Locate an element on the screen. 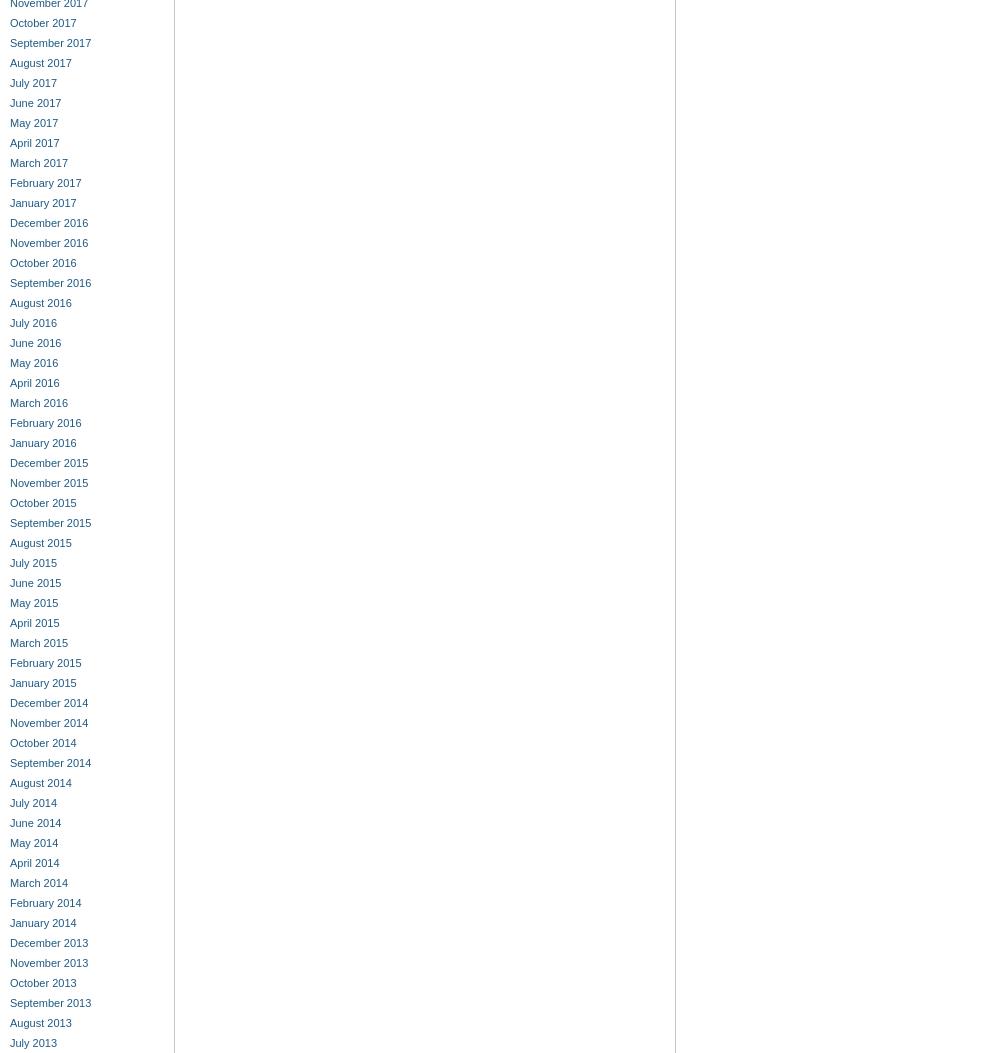 This screenshot has height=1053, width=990. 'September 2017' is located at coordinates (49, 42).